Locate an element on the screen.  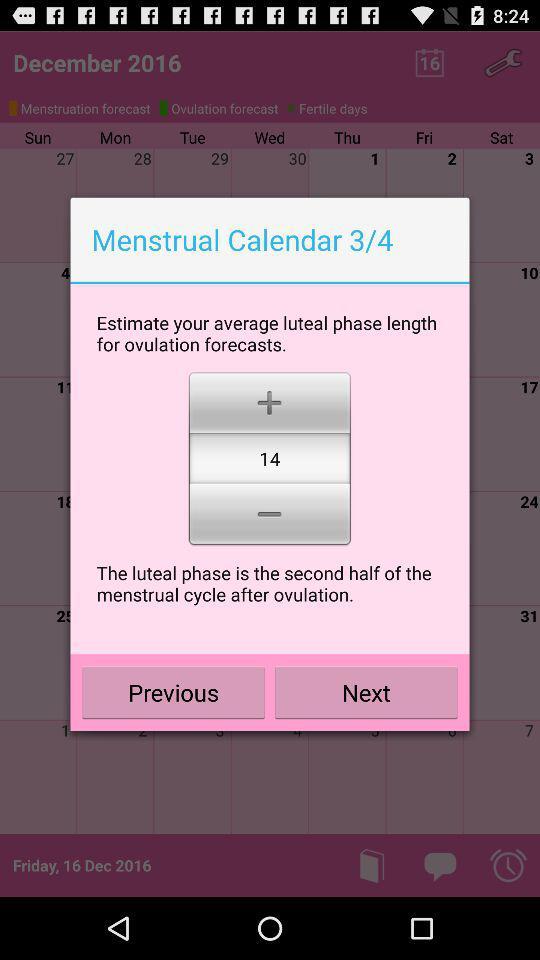
the previous icon is located at coordinates (173, 692).